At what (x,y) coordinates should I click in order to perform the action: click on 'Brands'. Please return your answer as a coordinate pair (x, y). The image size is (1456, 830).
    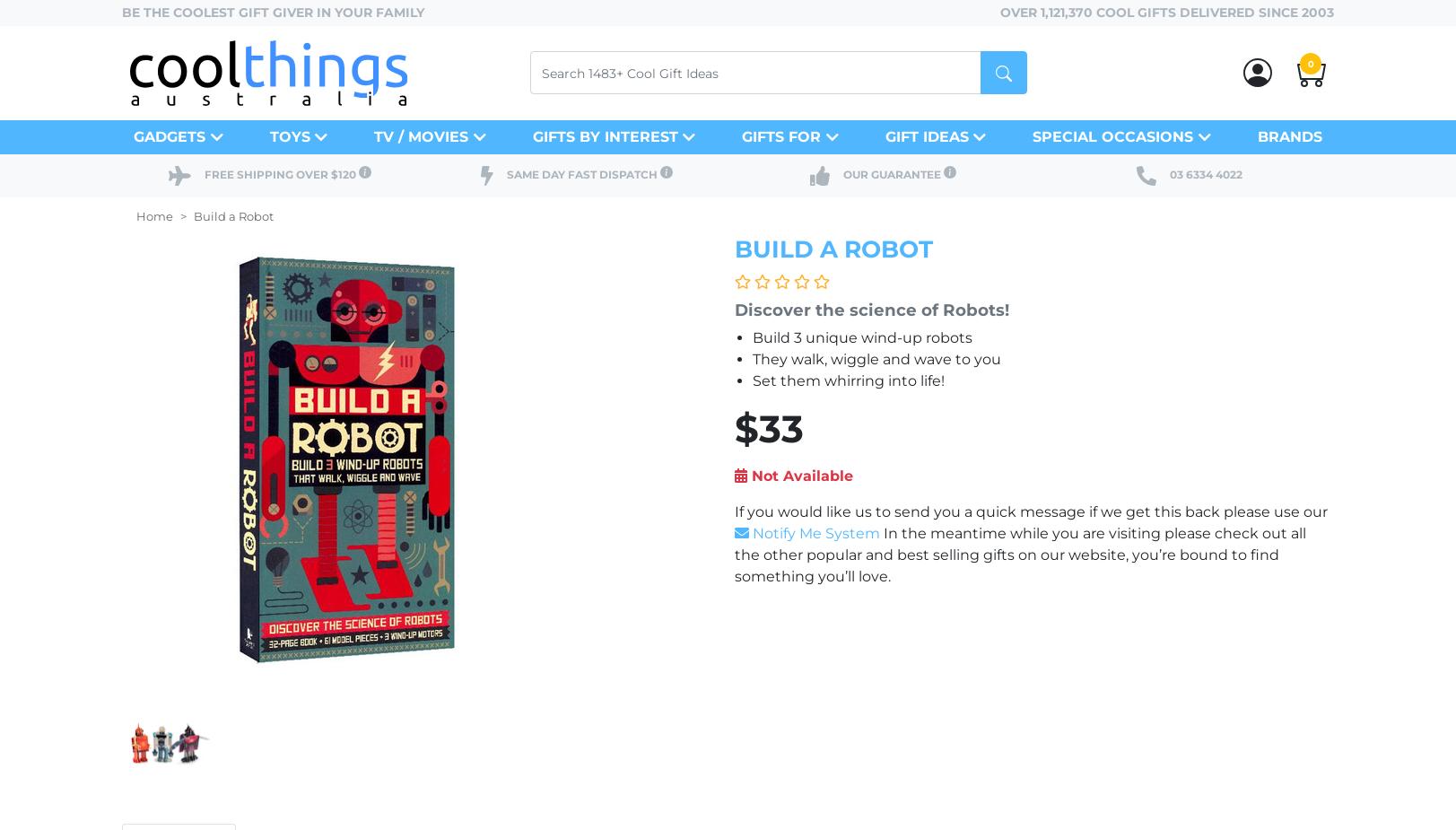
    Looking at the image, I should click on (1288, 135).